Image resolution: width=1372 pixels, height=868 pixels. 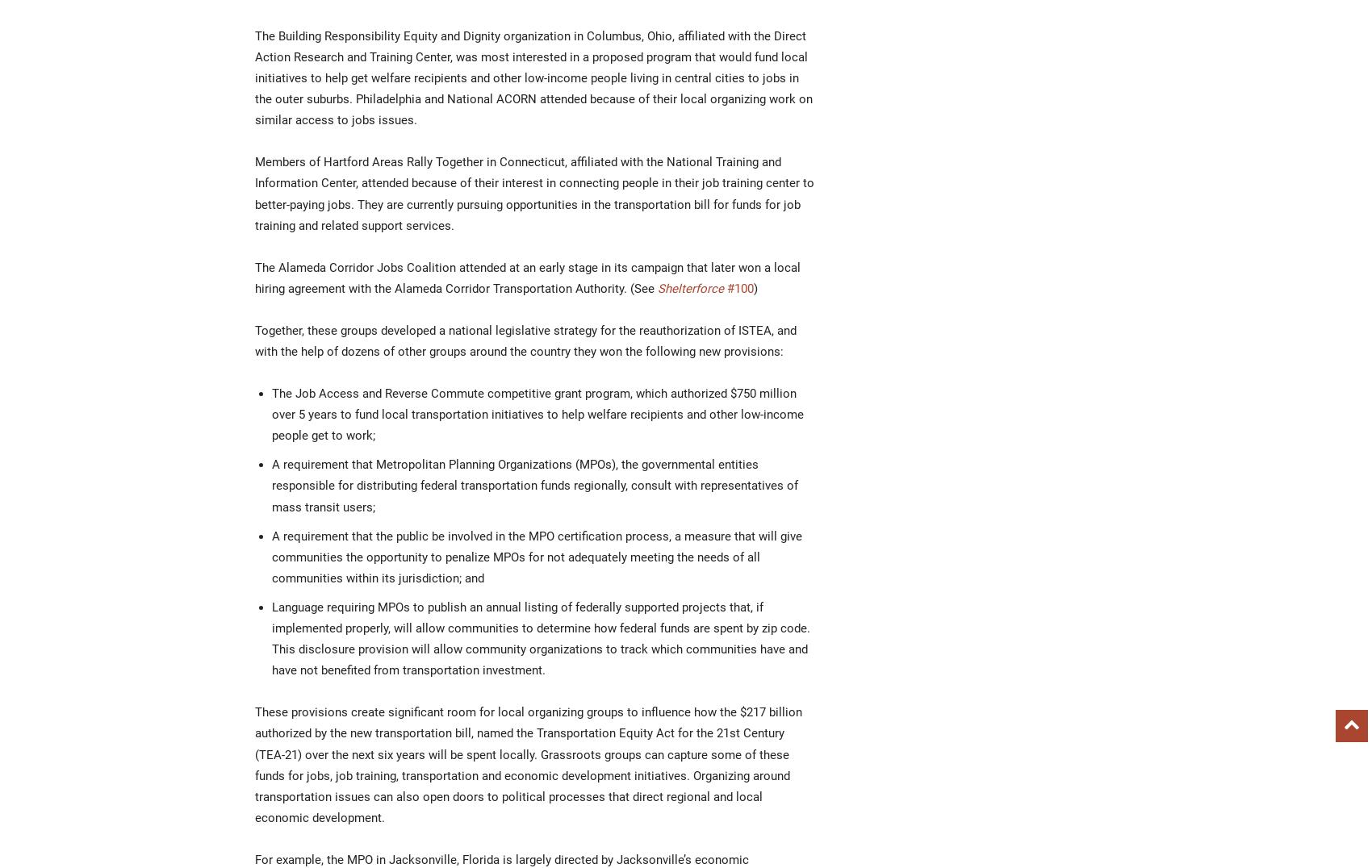 What do you see at coordinates (535, 486) in the screenshot?
I see `'A requirement that Metropolitan Planning Organizations (MPOs), the governmental entities responsible for distributing federal transportation funds regionally, consult with representatives of mass transit users;'` at bounding box center [535, 486].